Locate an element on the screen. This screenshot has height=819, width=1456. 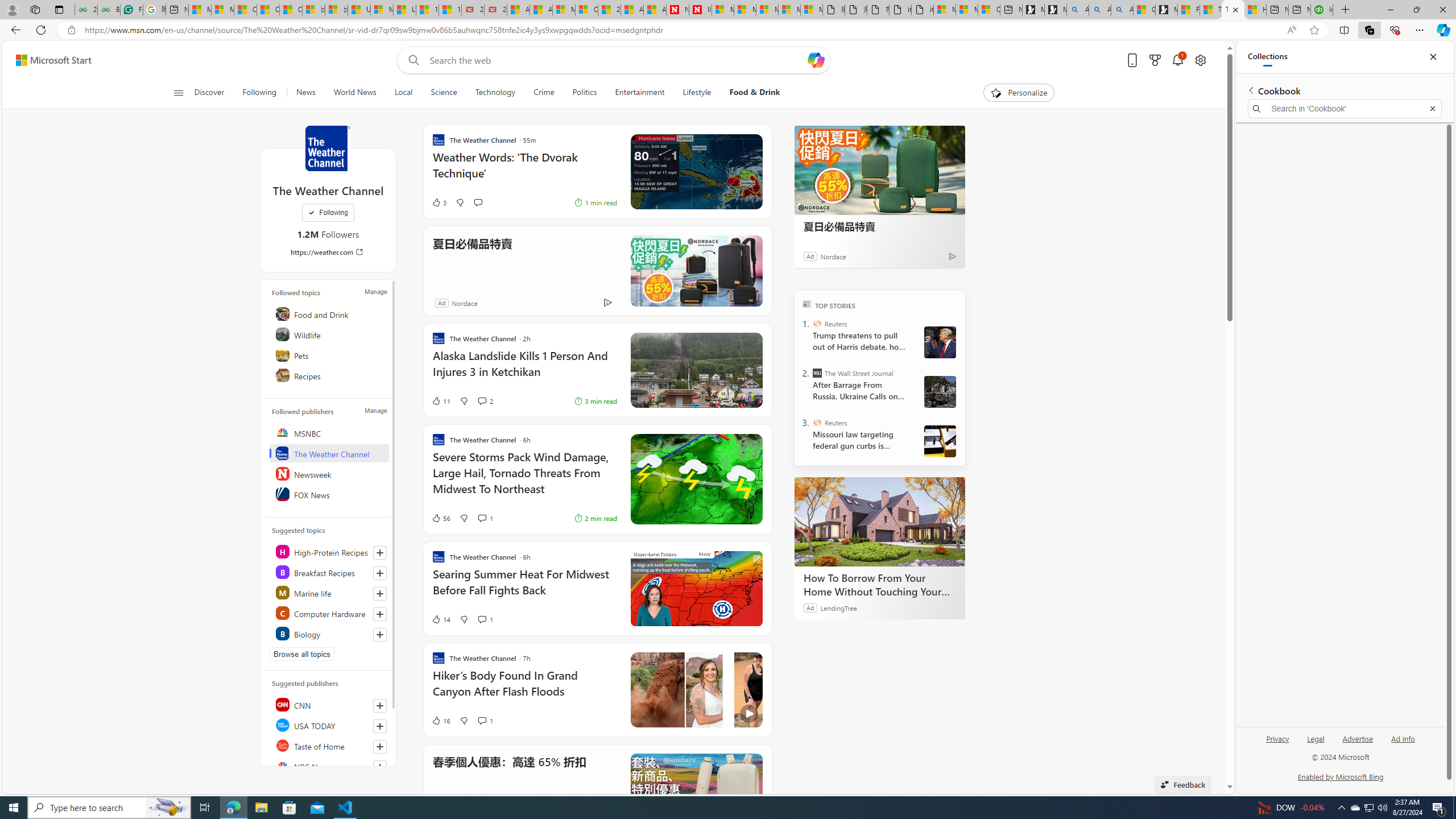
'Best SSL Certificates Provider in India - GeeksforGeeks' is located at coordinates (109, 9).